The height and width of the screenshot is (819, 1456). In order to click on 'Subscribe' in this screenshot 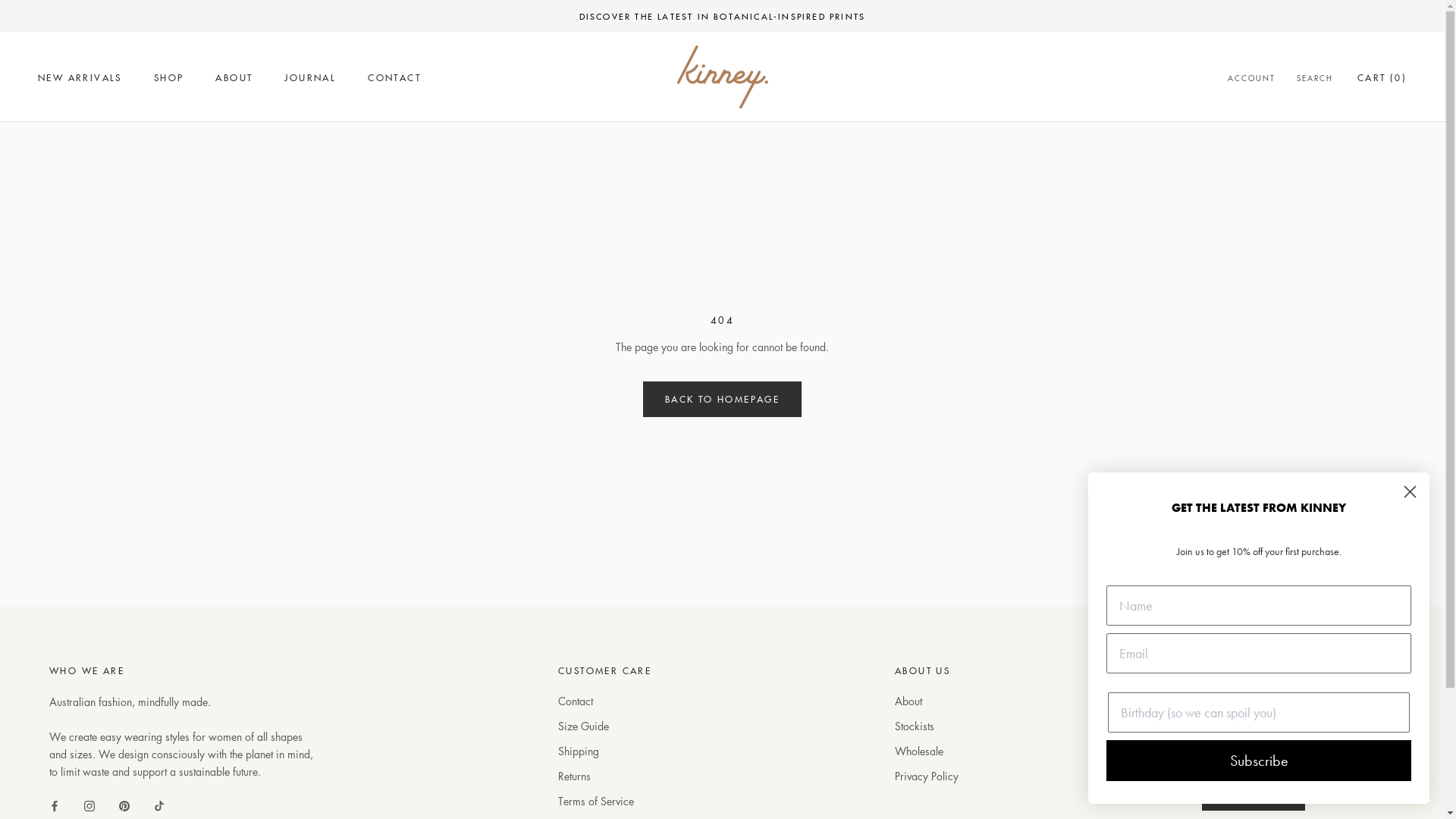, I will do `click(1259, 760)`.